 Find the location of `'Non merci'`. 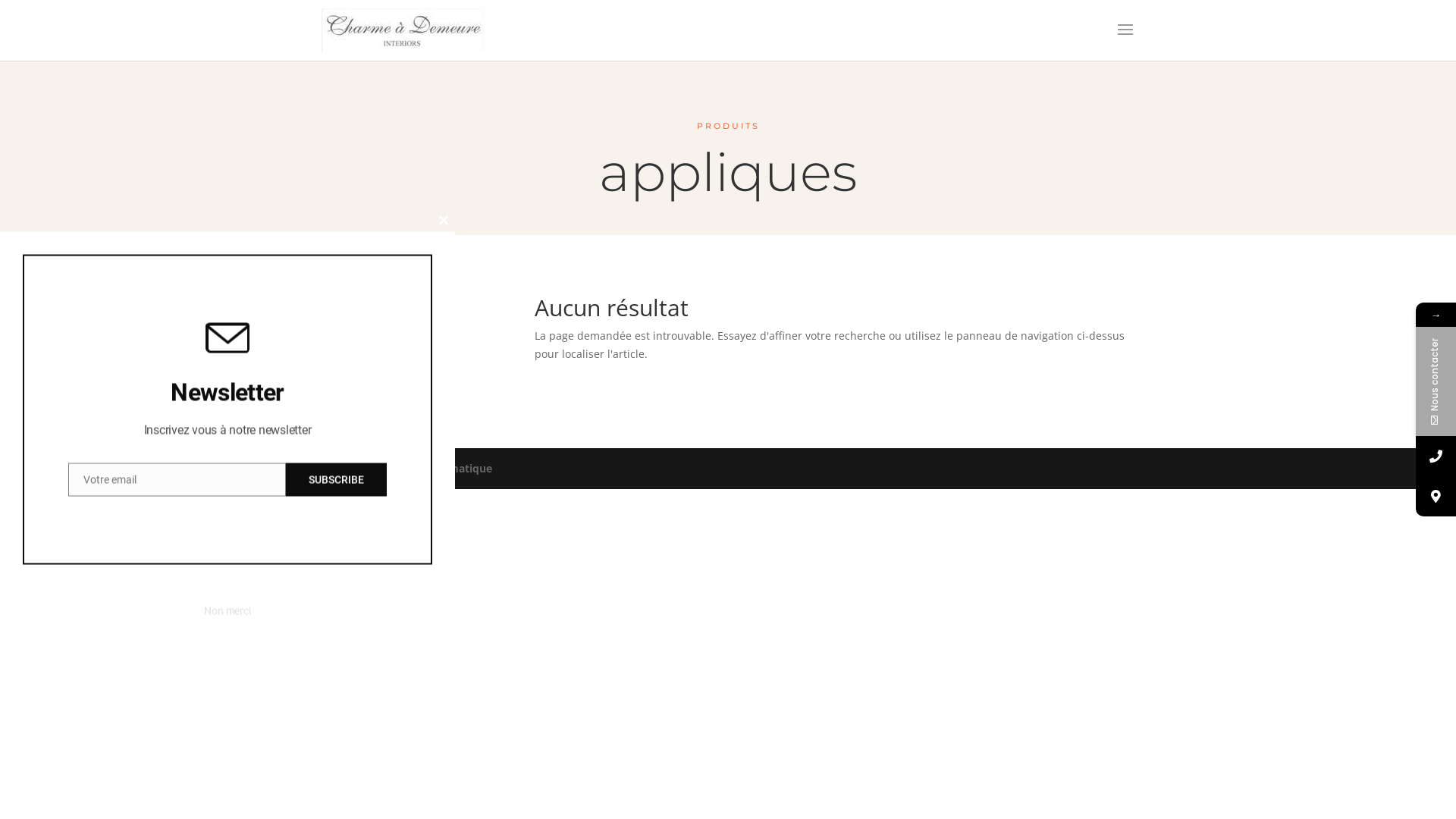

'Non merci' is located at coordinates (202, 610).